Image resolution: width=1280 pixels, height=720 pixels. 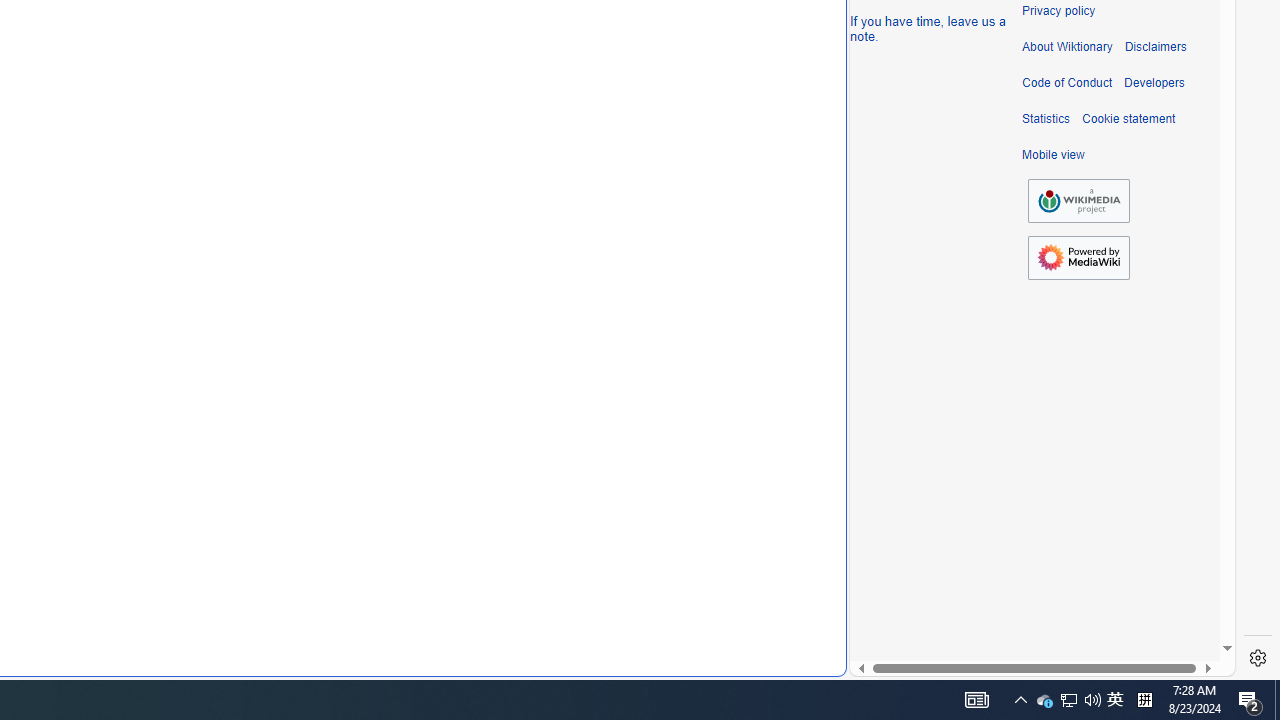 I want to click on 'Code of Conduct', so click(x=1066, y=82).